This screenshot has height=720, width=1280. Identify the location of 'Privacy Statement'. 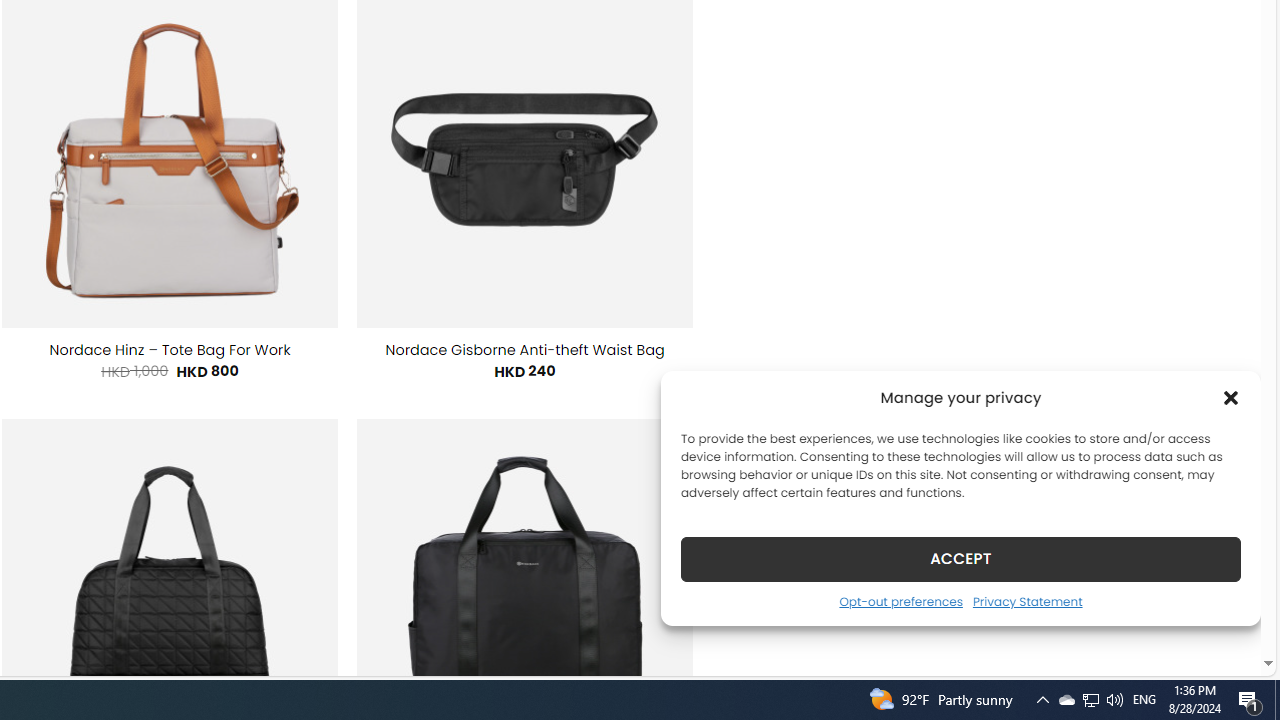
(1027, 600).